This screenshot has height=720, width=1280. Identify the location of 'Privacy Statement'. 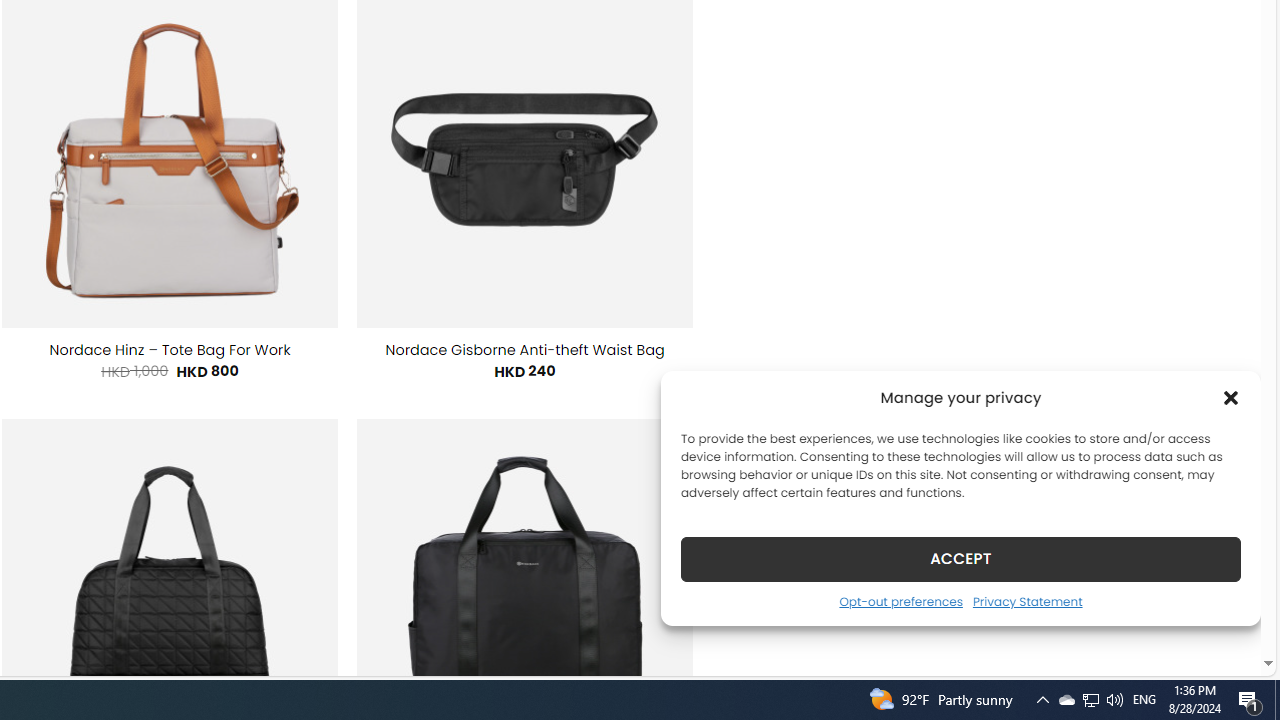
(1027, 600).